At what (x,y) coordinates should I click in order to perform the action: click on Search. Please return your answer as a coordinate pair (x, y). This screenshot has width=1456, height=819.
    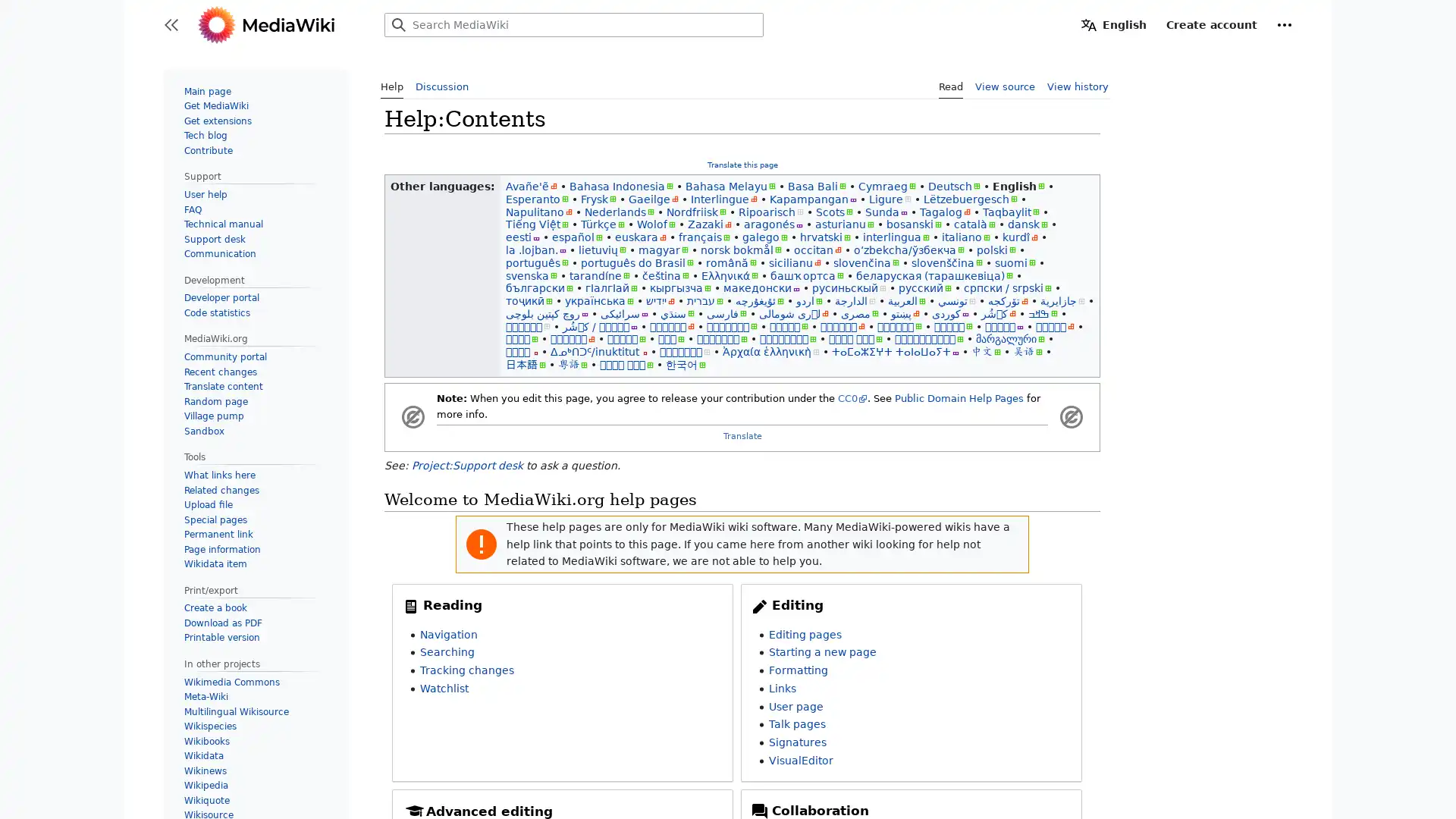
    Looking at the image, I should click on (399, 25).